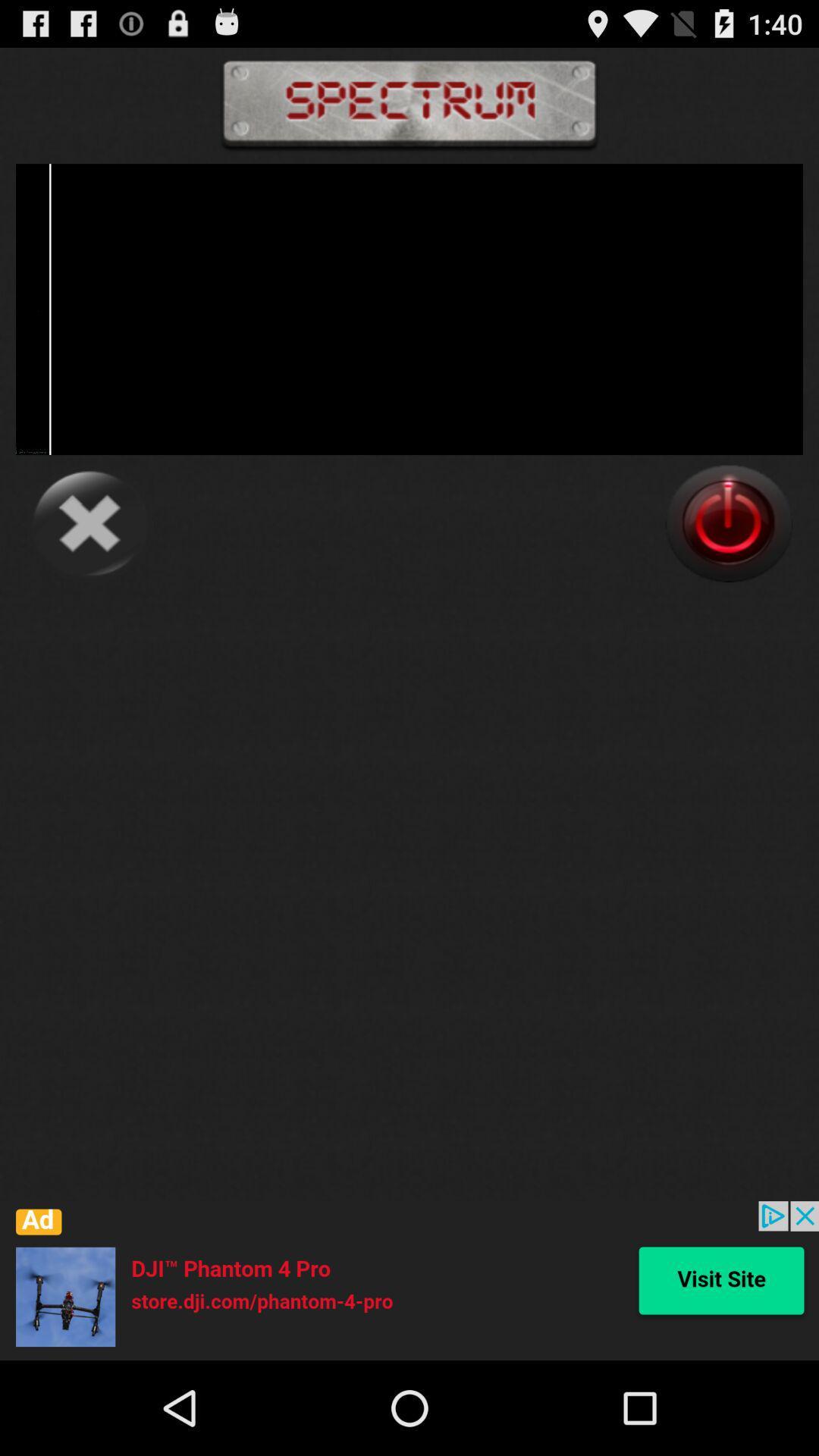  What do you see at coordinates (409, 1280) in the screenshot?
I see `advertisement about drone` at bounding box center [409, 1280].